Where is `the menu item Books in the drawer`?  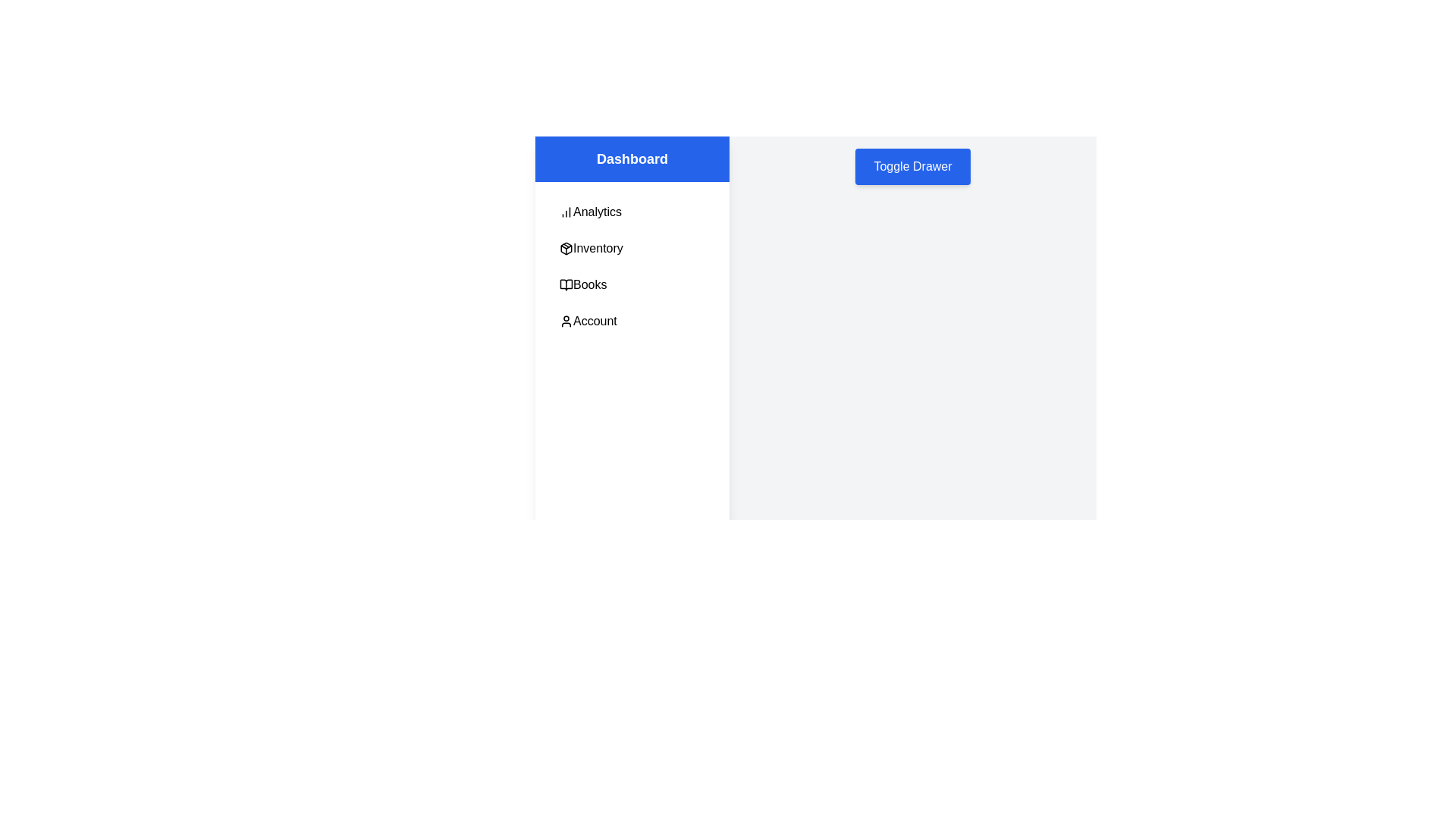 the menu item Books in the drawer is located at coordinates (632, 284).